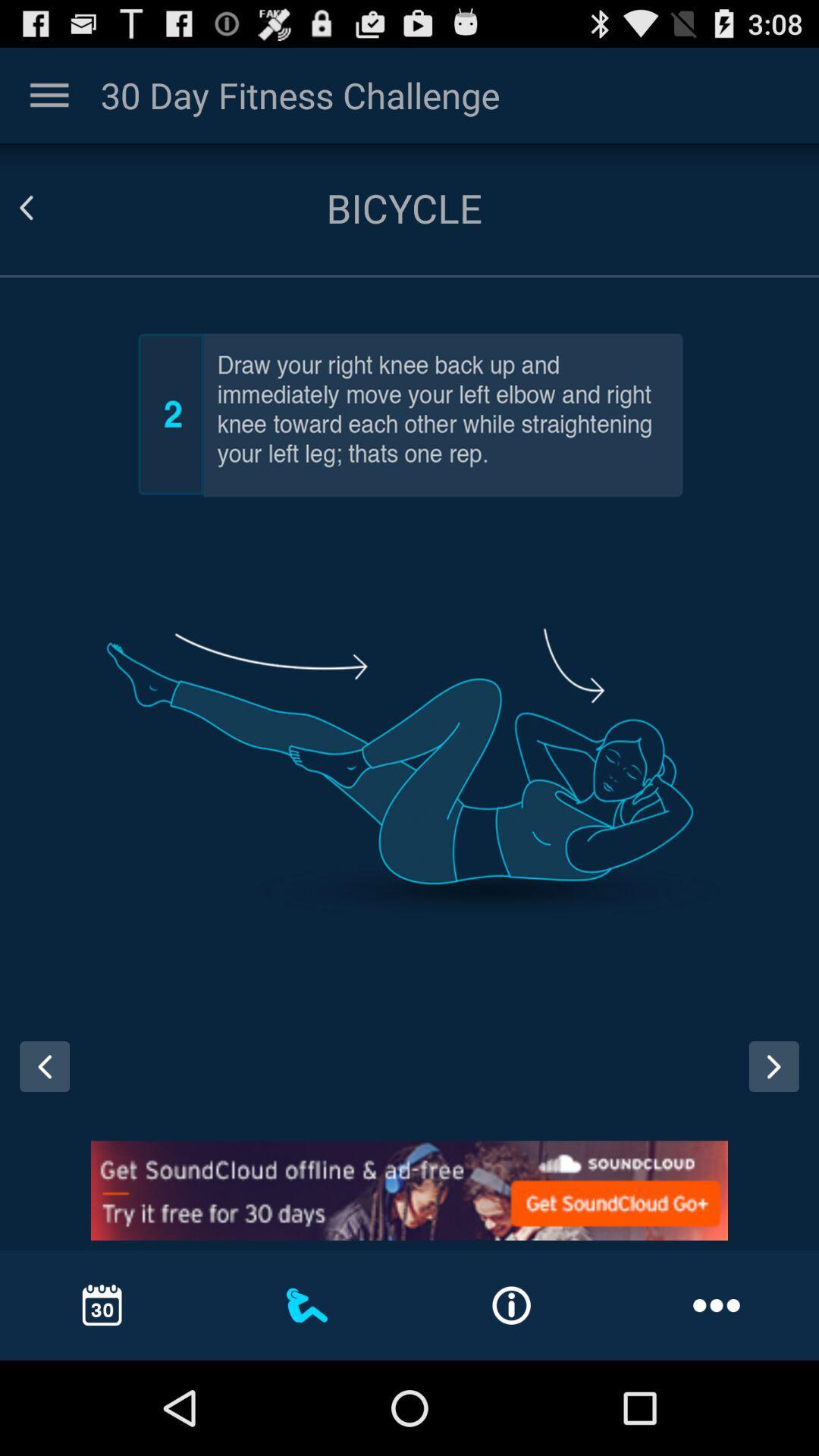  What do you see at coordinates (409, 1190) in the screenshot?
I see `advertisement for sendcloud` at bounding box center [409, 1190].